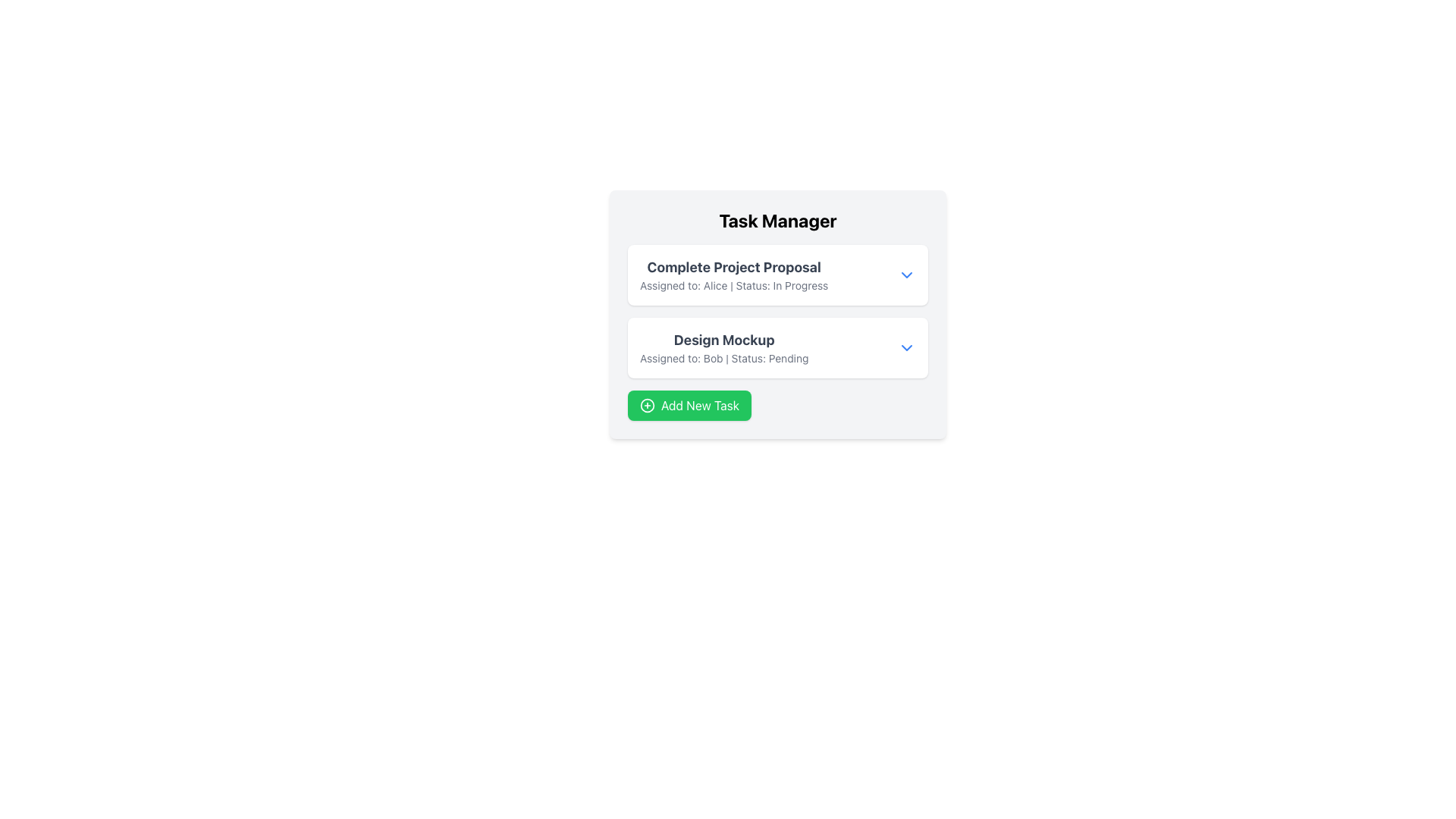  What do you see at coordinates (778, 275) in the screenshot?
I see `the task information card header element that displays the task title, assignee, and status, located at the top of the first visible card in the Task Manager interface` at bounding box center [778, 275].